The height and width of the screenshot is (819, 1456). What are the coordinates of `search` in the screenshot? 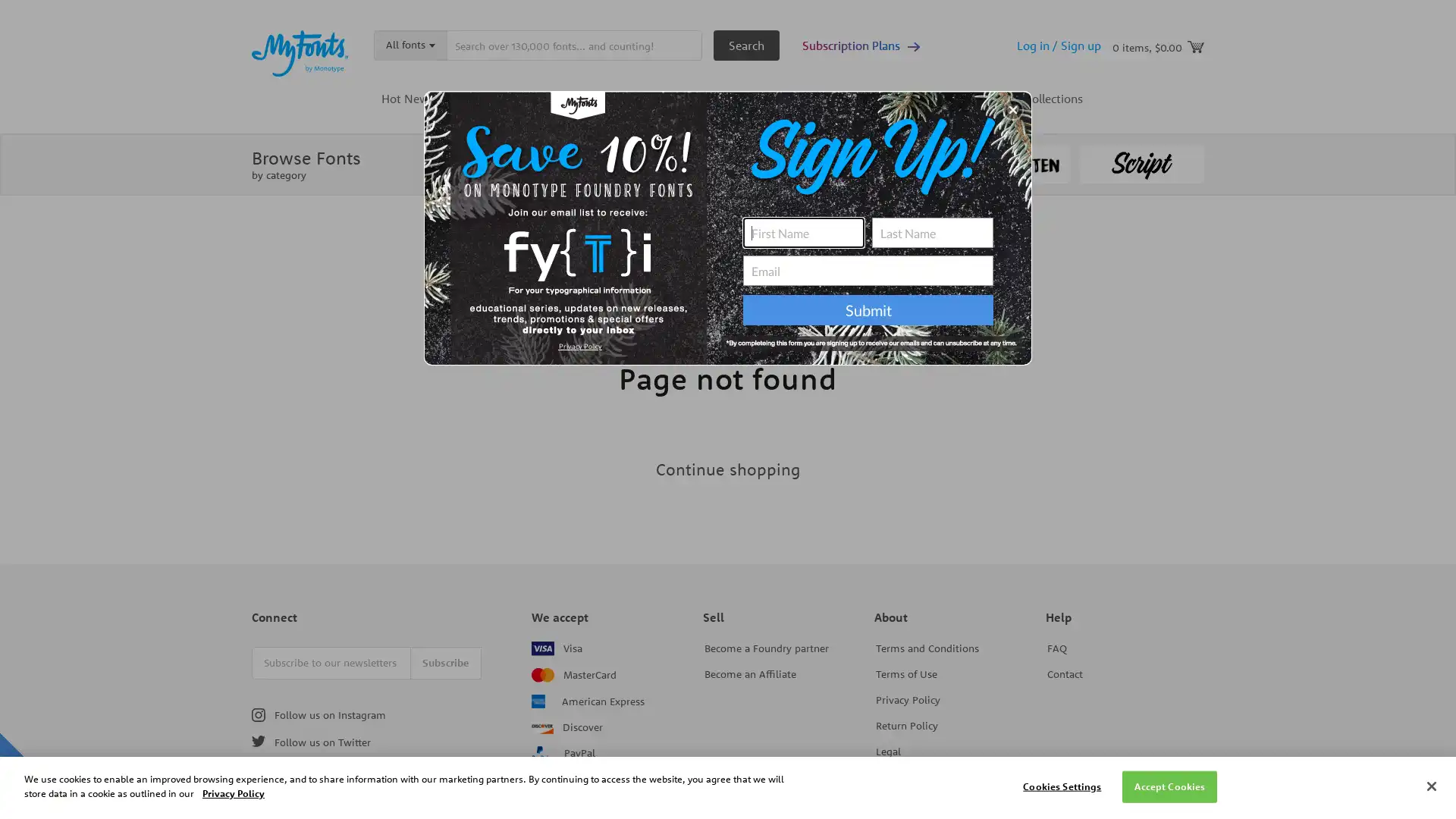 It's located at (746, 45).